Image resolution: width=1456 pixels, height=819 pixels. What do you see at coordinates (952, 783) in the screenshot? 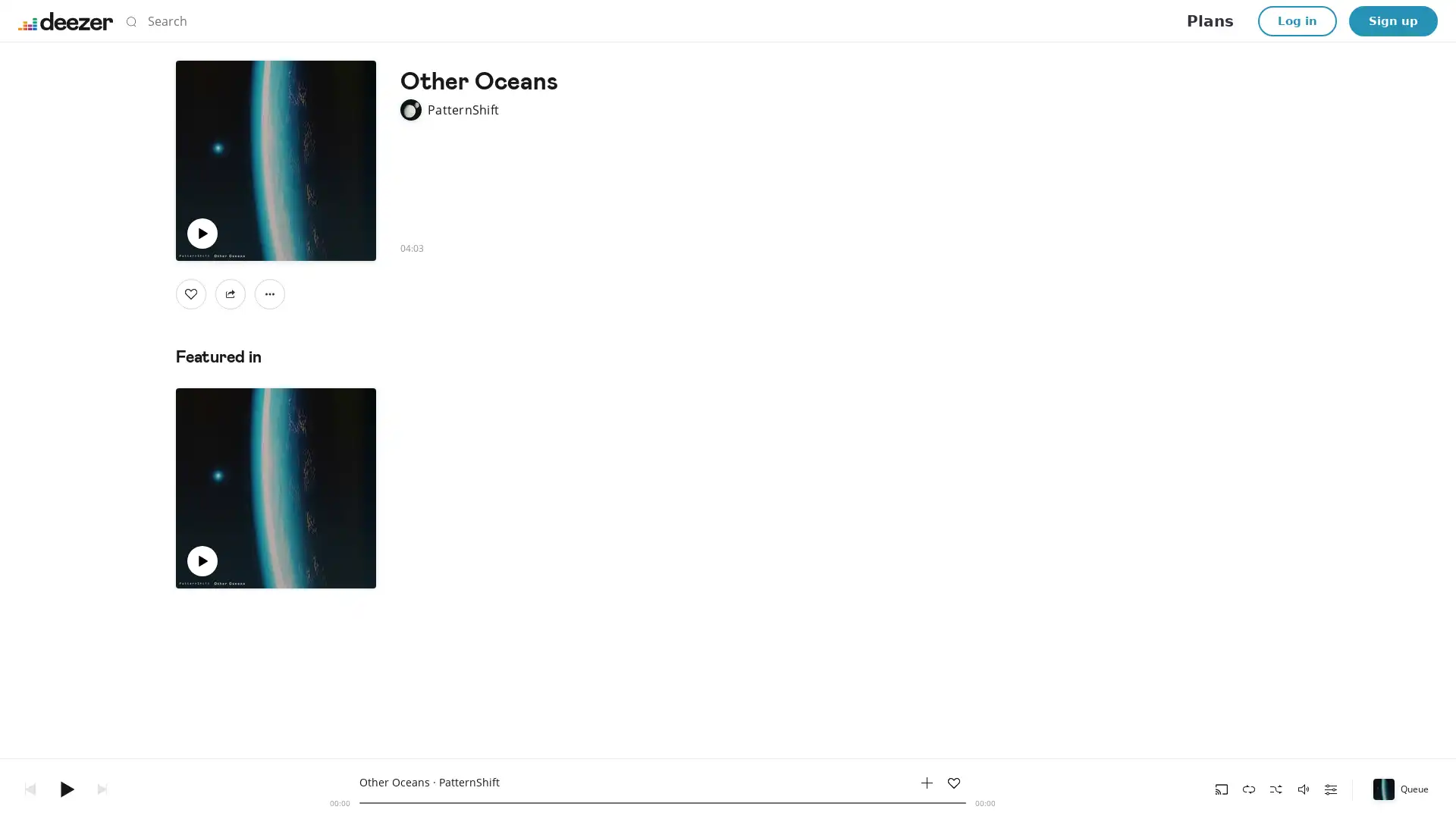
I see `Add to Favorite tracks` at bounding box center [952, 783].